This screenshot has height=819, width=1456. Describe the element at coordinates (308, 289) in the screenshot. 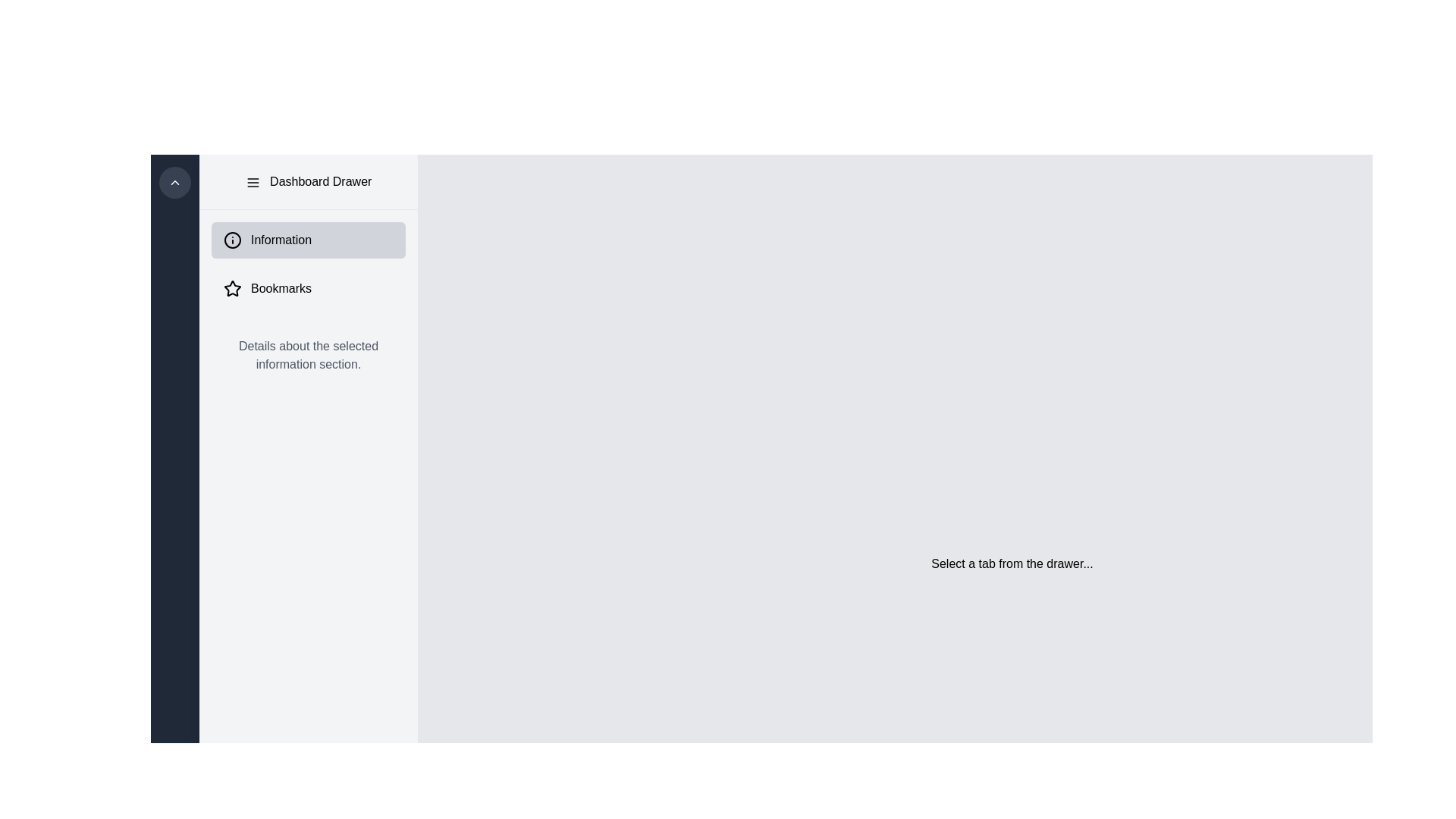

I see `the button that serves as a navigation item for bookmarks, located directly below the 'Information' option in the sidebar menu` at that location.